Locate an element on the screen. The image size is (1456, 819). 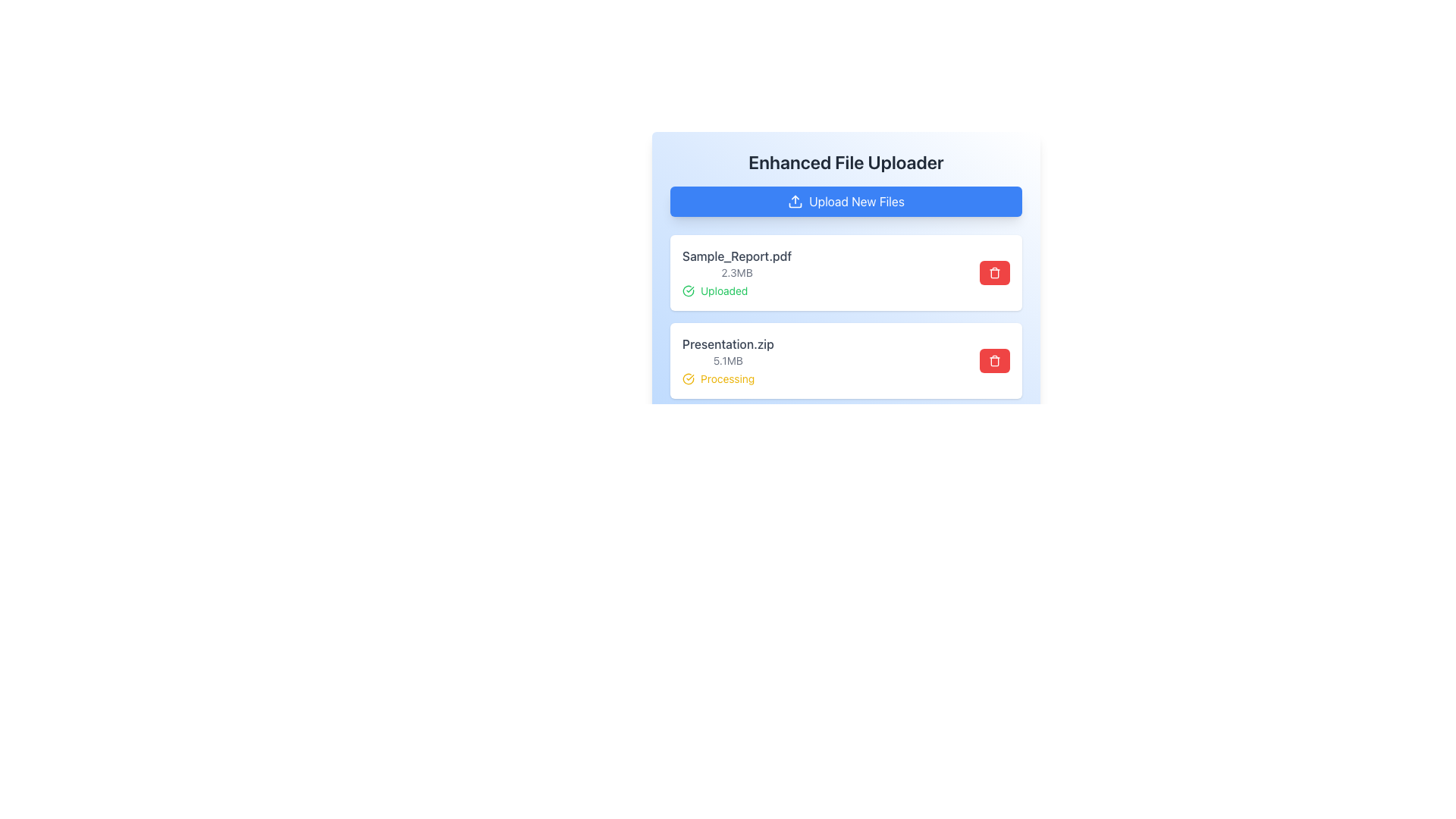
the processing status icon located to the left of the text 'Processing' in the second file row of the interface is located at coordinates (687, 378).